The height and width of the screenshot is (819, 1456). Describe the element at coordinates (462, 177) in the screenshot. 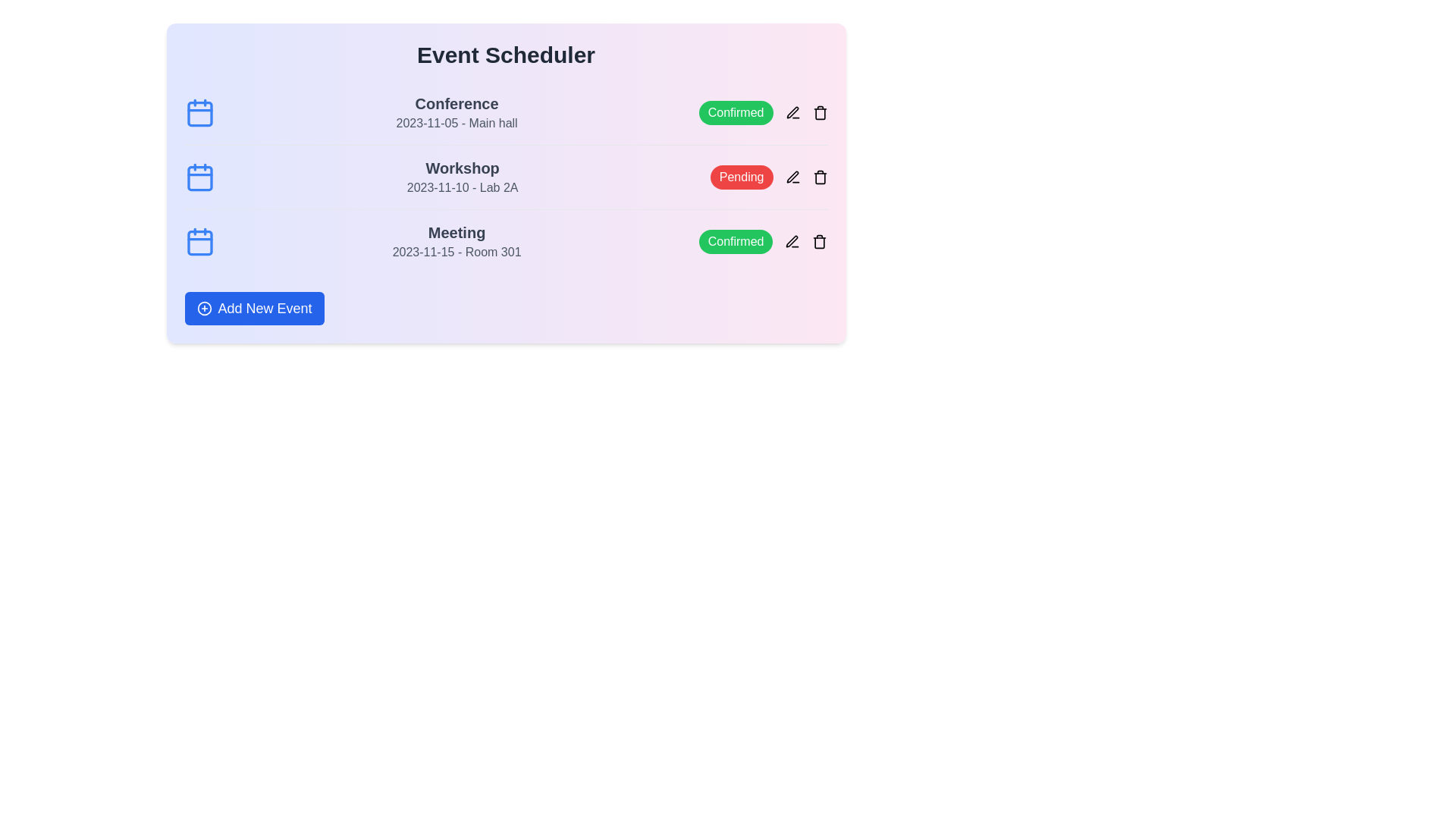

I see `the text block displaying information about the workshop happening on November 10, 2023, in 'Lab 2A', located in the middle section of the event list within the 'Event Scheduler' panel` at that location.